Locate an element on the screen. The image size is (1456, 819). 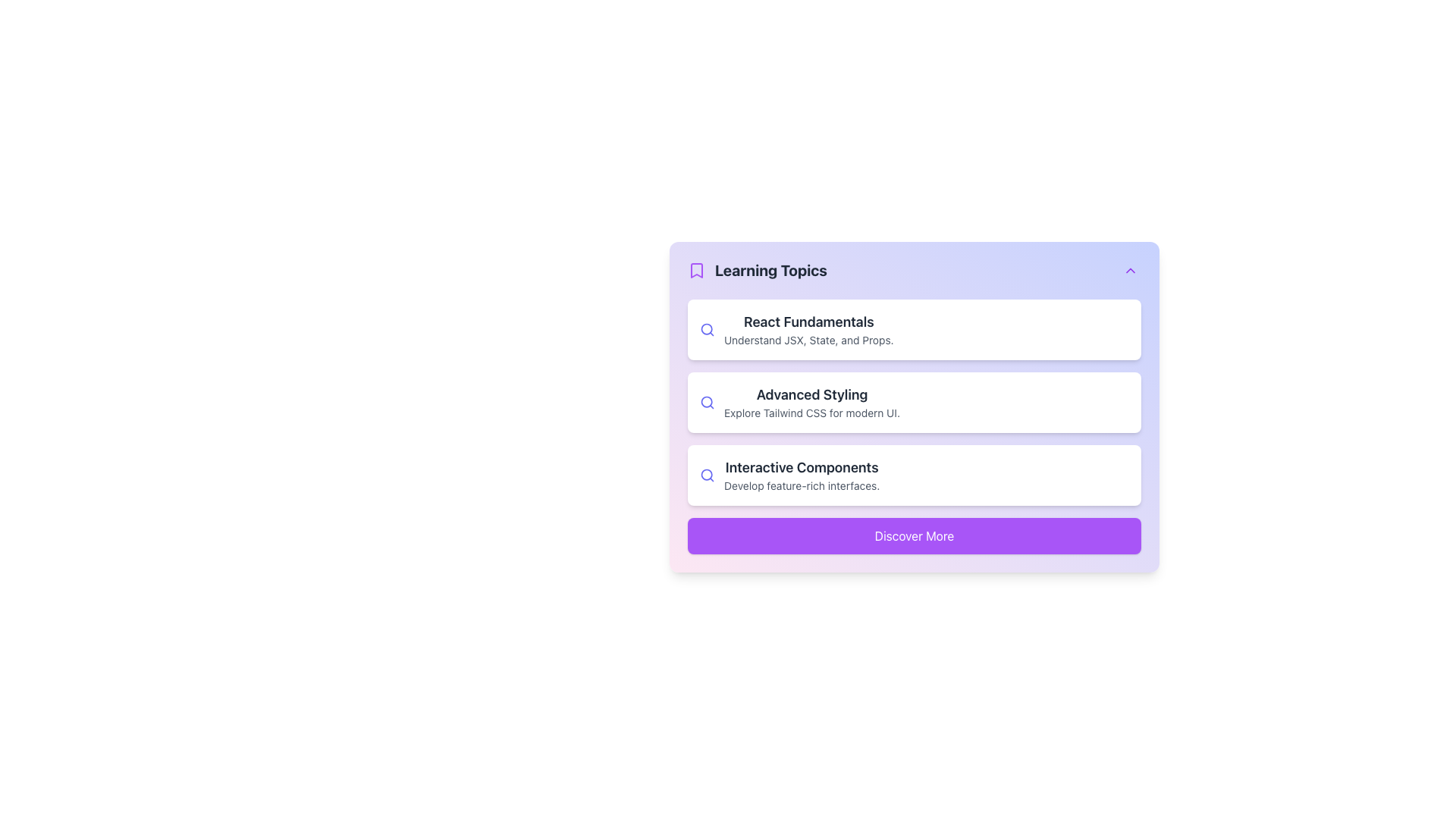
the informative Text Content below the 'React Fundamentals' title in the first card of the Learning Topics section is located at coordinates (808, 339).